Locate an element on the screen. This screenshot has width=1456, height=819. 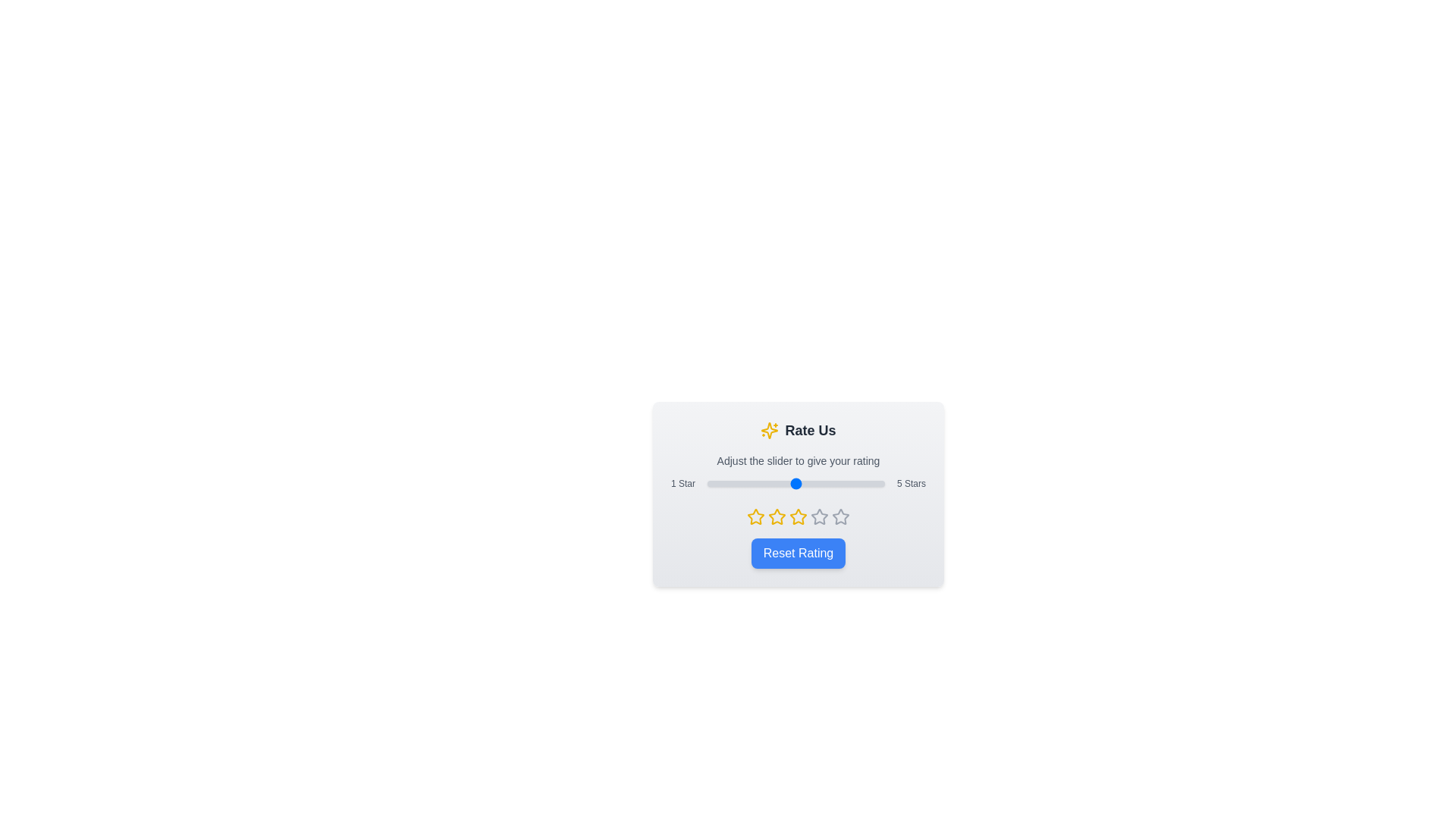
the star rating slider to 2 stars is located at coordinates (752, 483).